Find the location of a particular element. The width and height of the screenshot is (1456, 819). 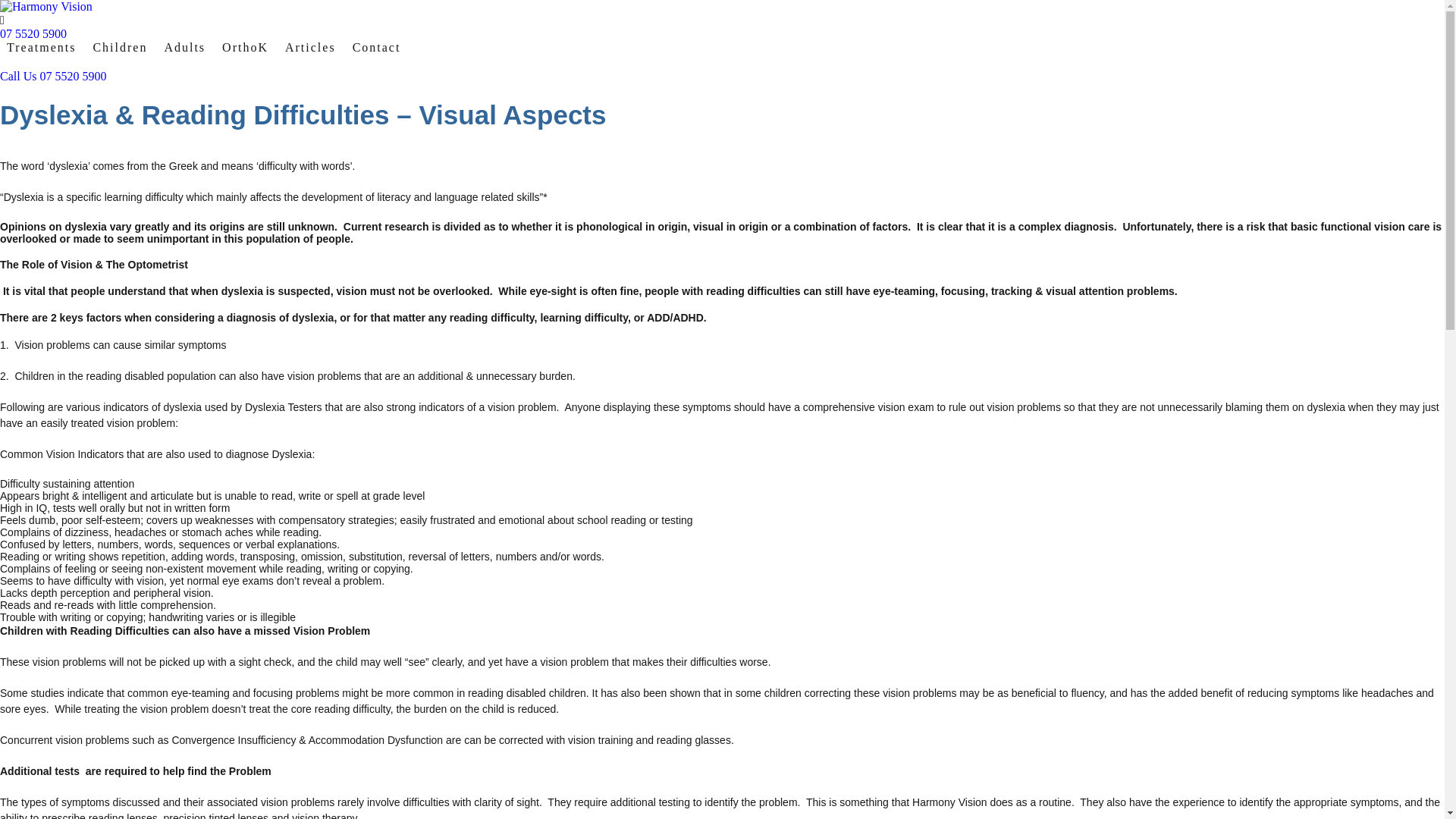

'Contact' is located at coordinates (377, 46).